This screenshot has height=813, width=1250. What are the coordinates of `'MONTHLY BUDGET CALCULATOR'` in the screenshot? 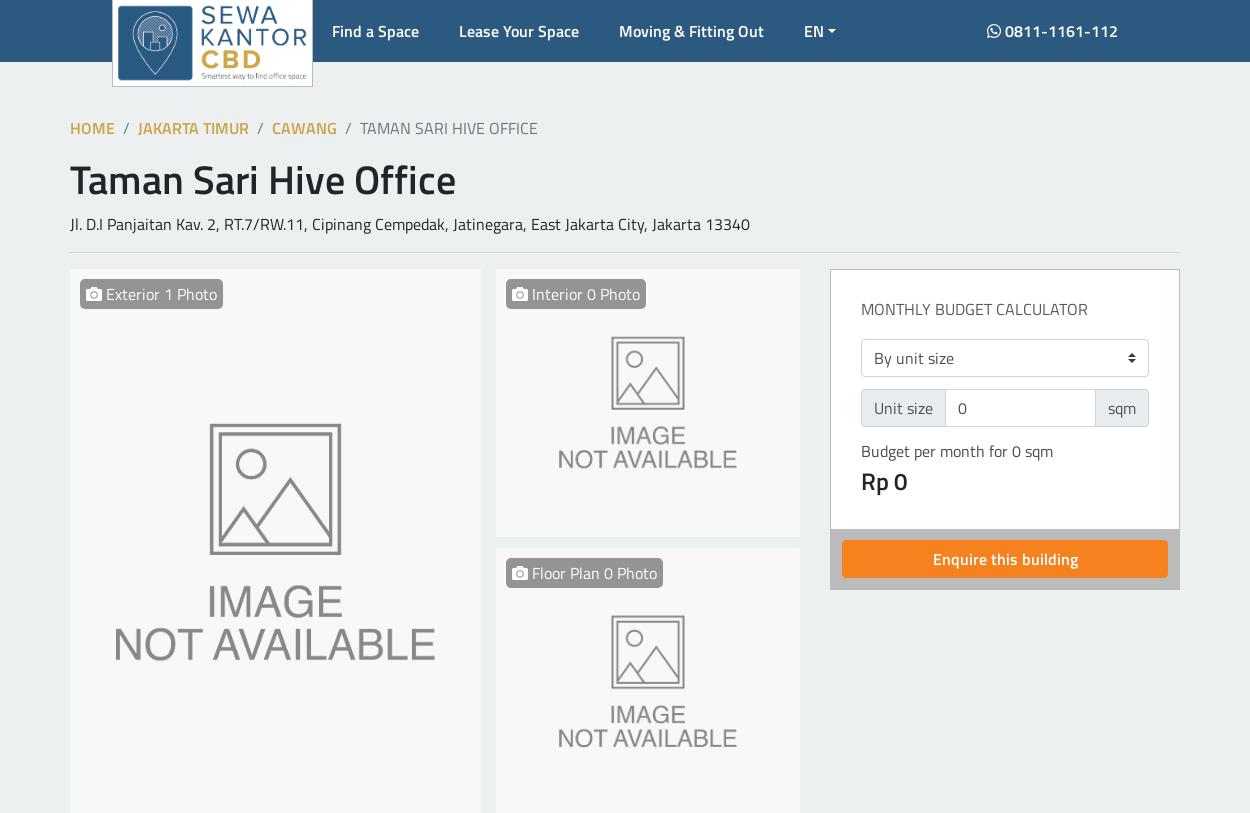 It's located at (973, 308).